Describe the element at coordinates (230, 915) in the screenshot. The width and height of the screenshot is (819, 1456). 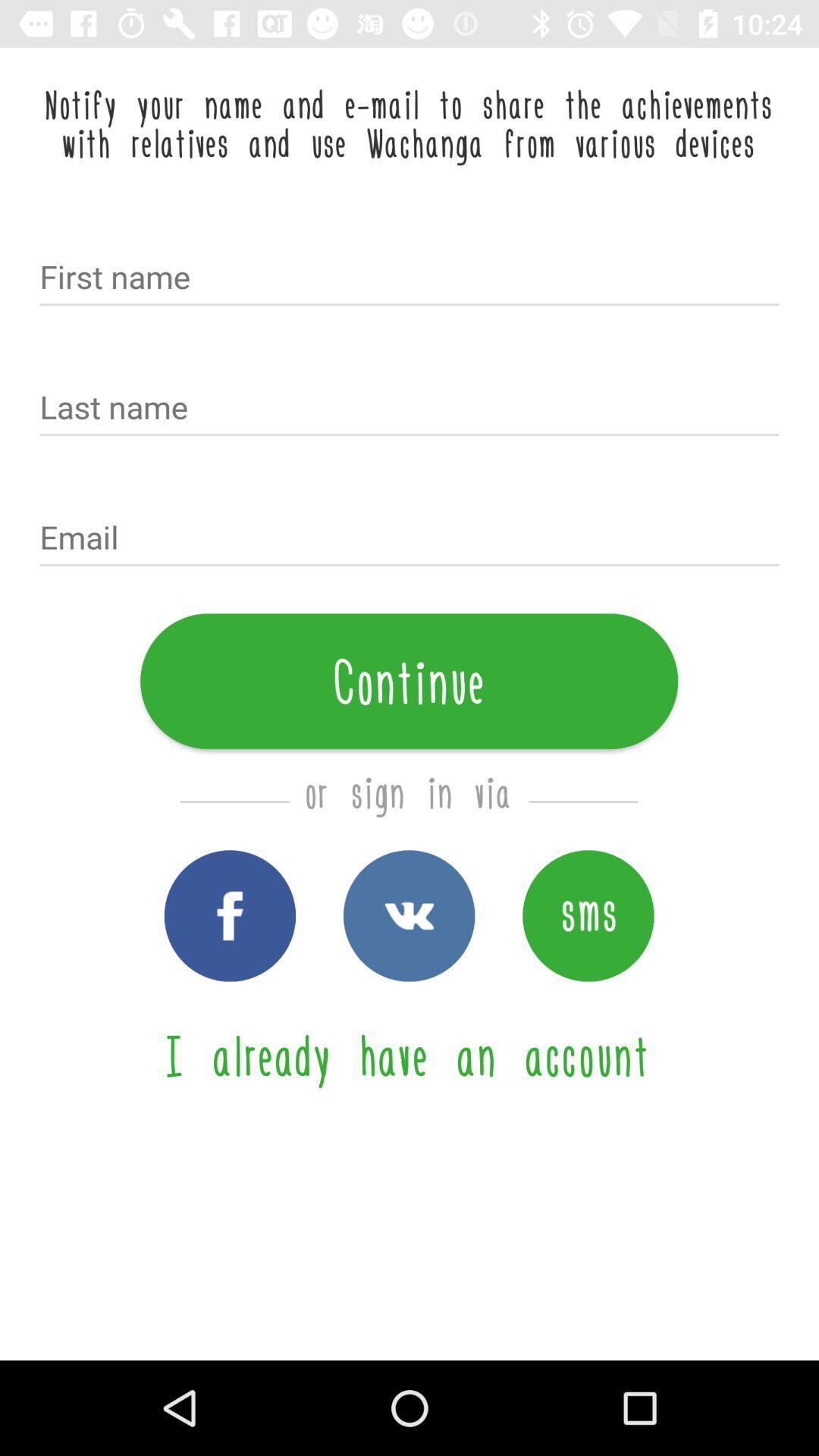
I see `facebook sign in` at that location.